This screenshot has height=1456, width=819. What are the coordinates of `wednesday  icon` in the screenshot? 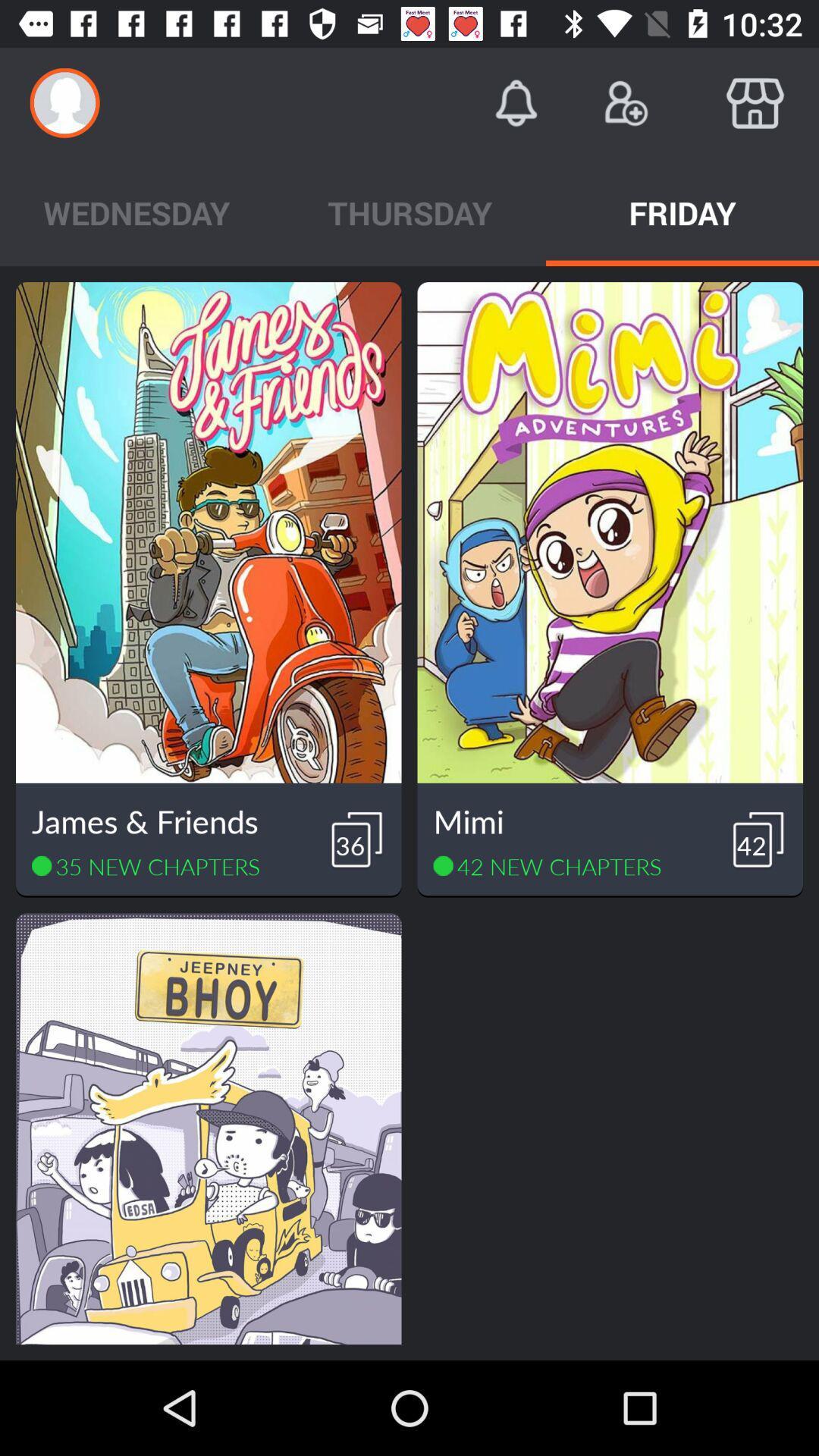 It's located at (136, 212).